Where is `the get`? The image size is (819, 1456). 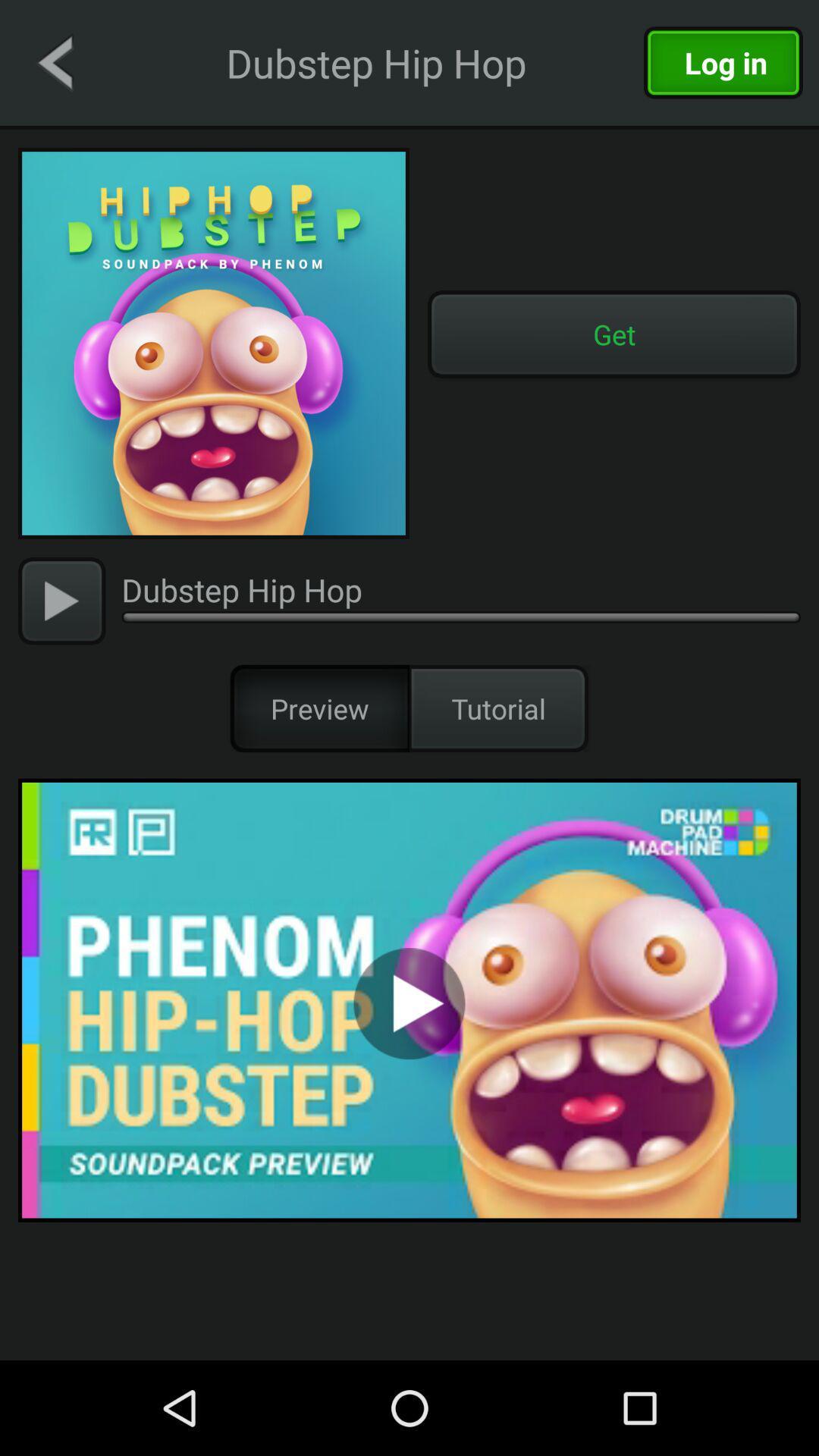
the get is located at coordinates (614, 334).